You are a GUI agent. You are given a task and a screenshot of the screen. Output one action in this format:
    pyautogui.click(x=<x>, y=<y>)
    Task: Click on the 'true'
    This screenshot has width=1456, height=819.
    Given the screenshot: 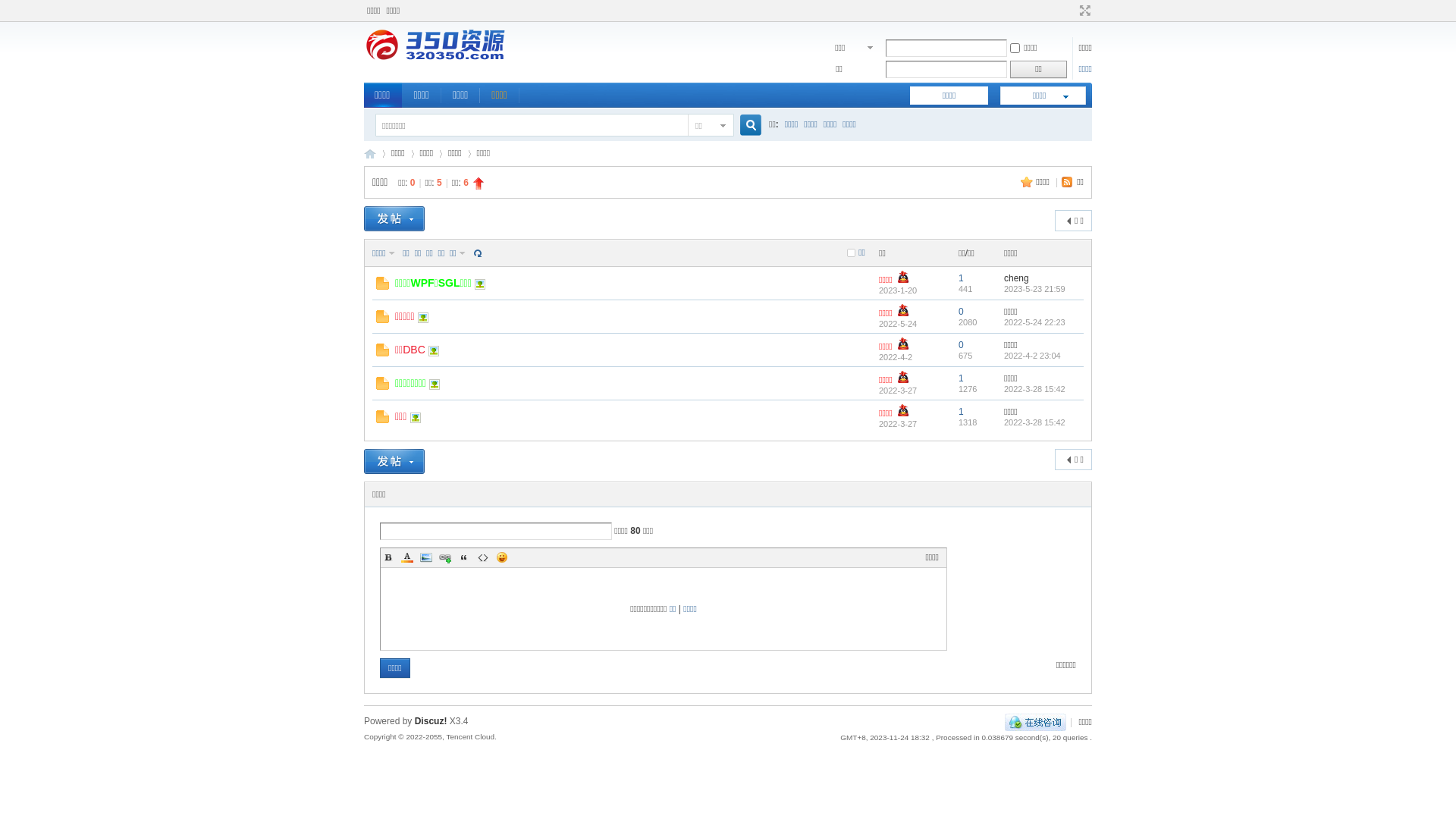 What is the action you would take?
    pyautogui.click(x=734, y=124)
    